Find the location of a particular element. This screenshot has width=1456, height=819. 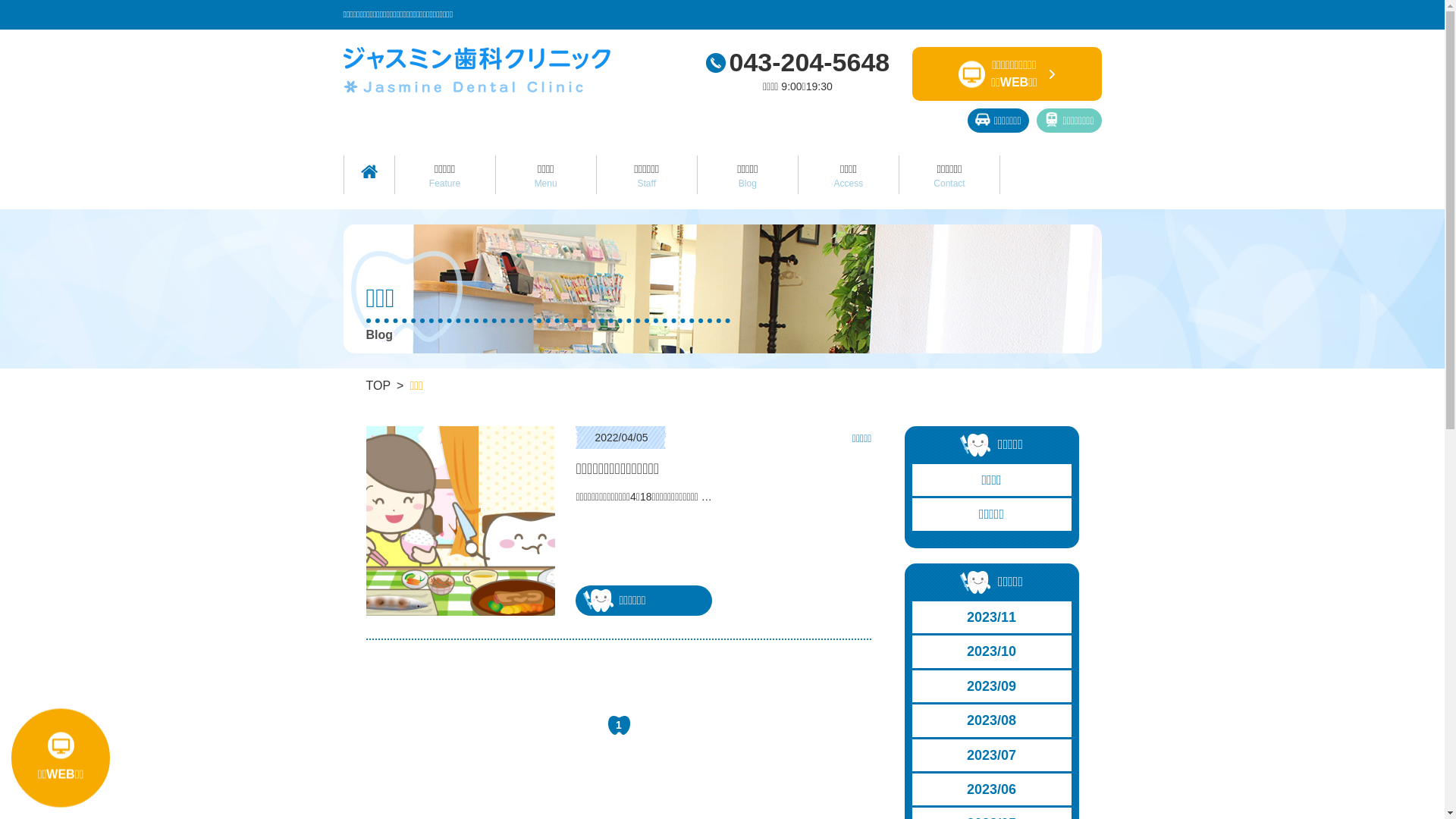

'2023/08' is located at coordinates (912, 719).